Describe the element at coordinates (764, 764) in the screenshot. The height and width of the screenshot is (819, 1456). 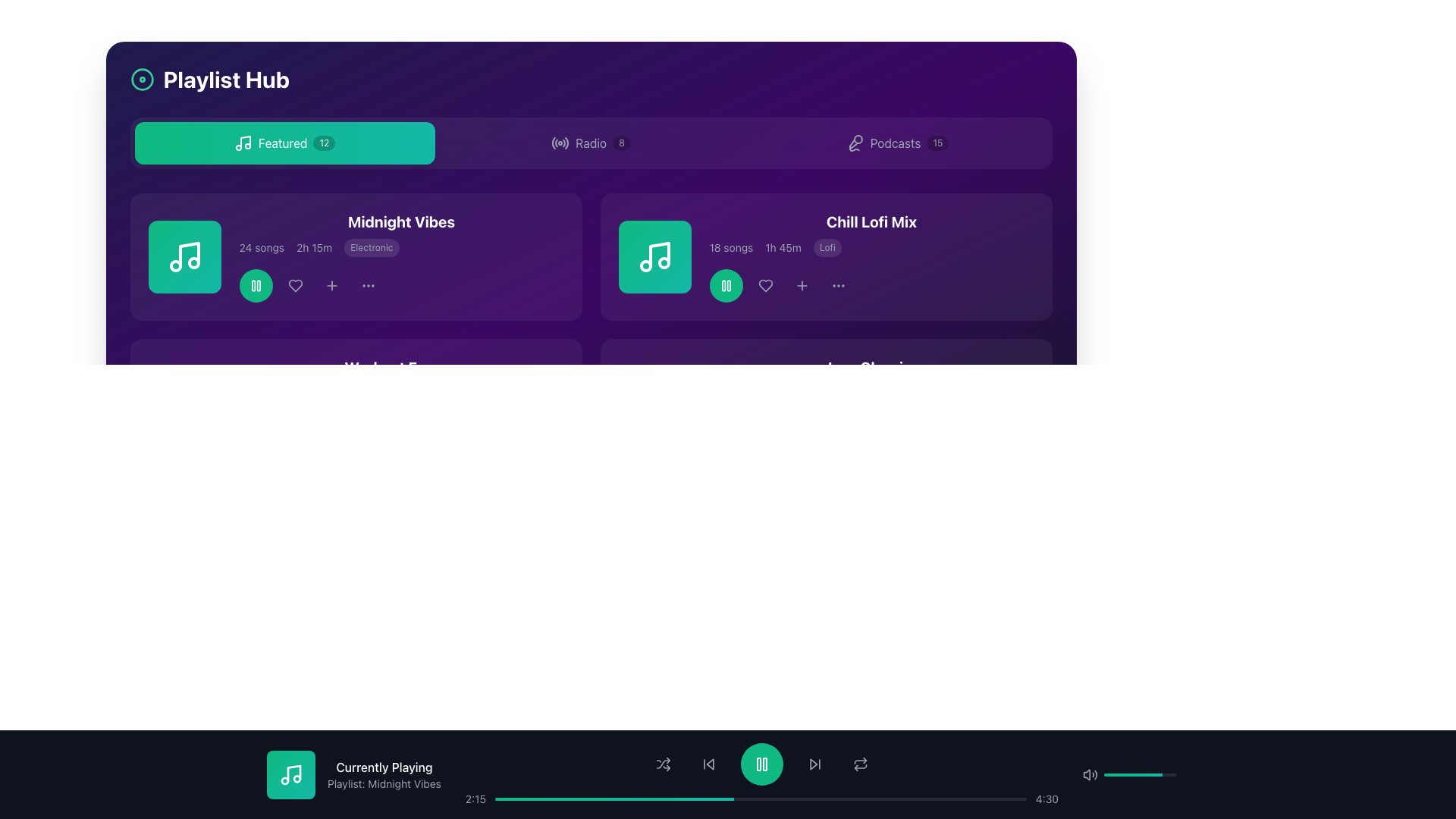
I see `the second vertical bar of the pause icon located within the circular play/pause button at the center of the bottom navigation bar to potentially view hints` at that location.